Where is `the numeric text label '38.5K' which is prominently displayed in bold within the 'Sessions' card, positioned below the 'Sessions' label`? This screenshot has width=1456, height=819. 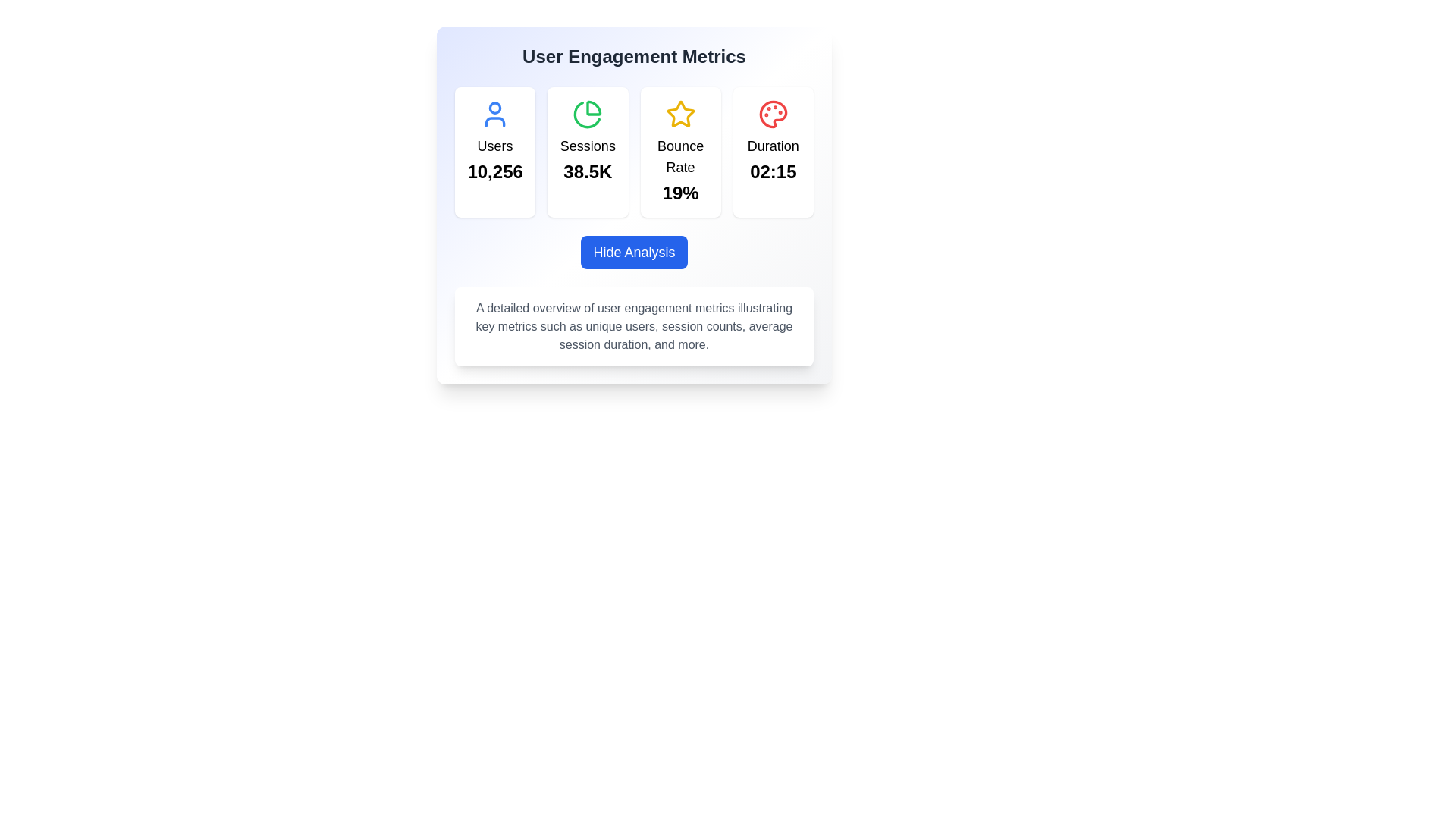
the numeric text label '38.5K' which is prominently displayed in bold within the 'Sessions' card, positioned below the 'Sessions' label is located at coordinates (587, 171).